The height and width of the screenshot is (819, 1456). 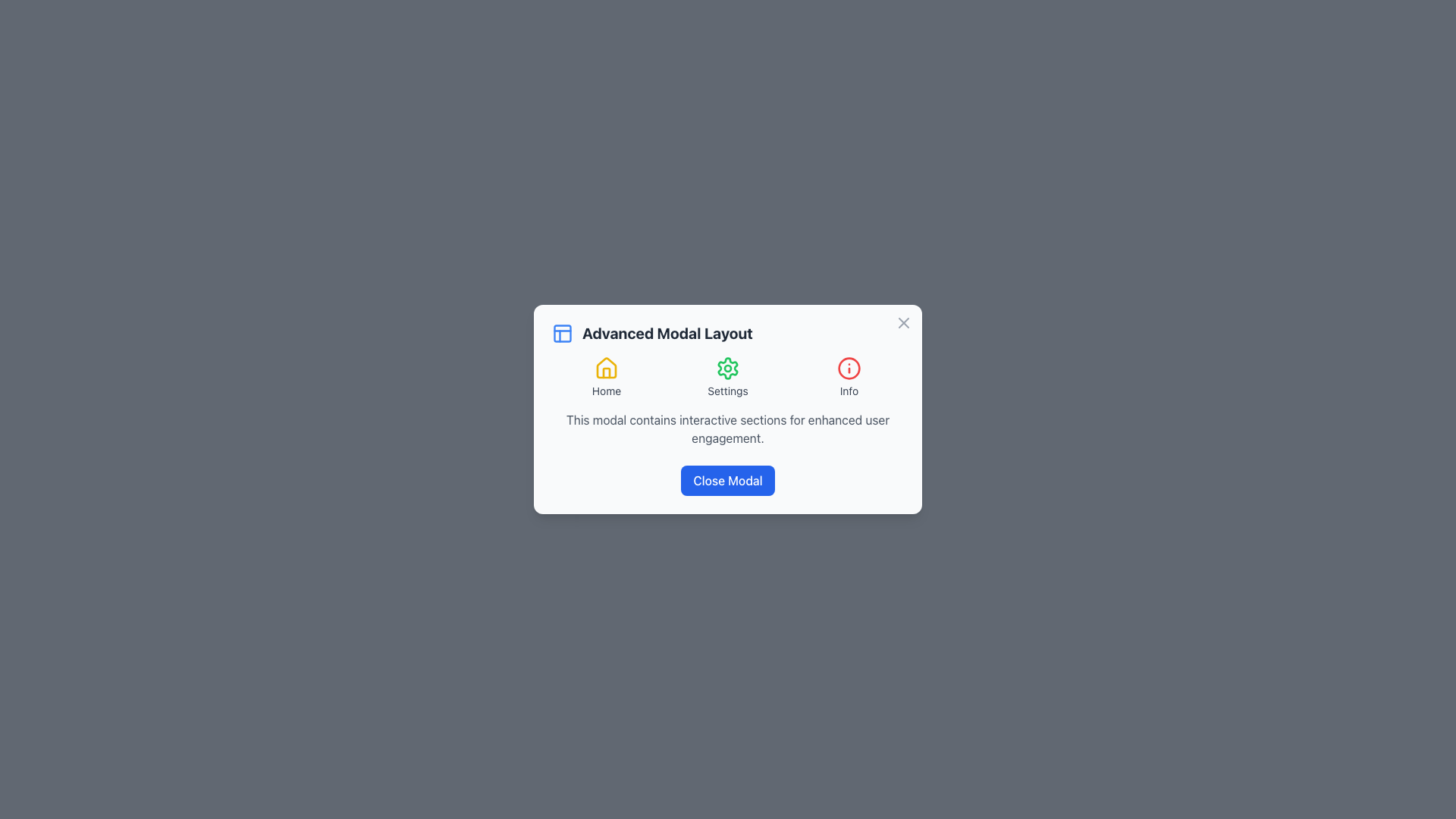 I want to click on the 'Home' icon with a yellow outline and gray text label, which is the first item in the menu grid, so click(x=607, y=376).